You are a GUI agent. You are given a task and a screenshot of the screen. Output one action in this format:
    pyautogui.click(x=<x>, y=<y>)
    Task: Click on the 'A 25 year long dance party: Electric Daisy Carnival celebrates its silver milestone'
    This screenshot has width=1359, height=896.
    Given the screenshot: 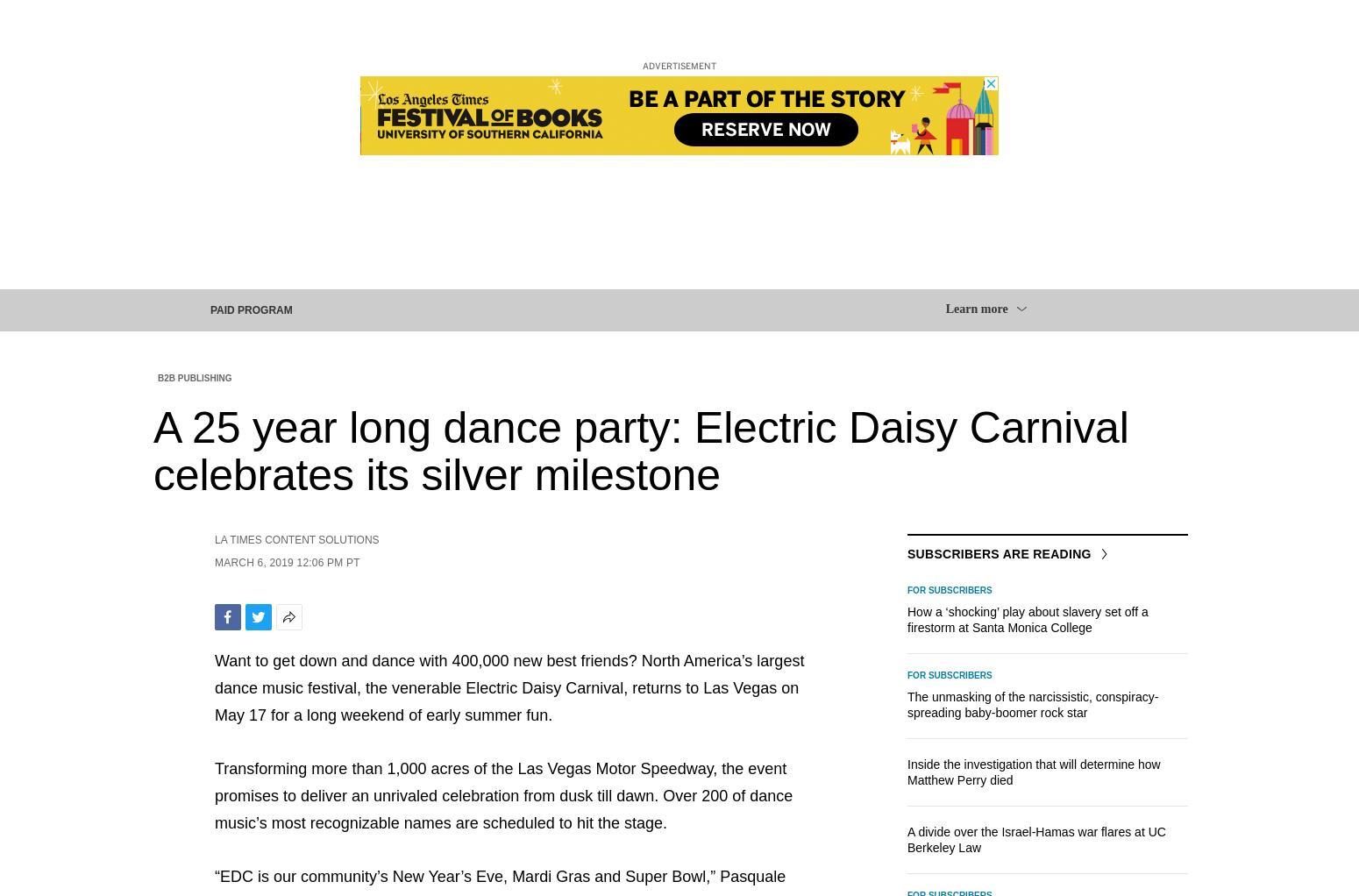 What is the action you would take?
    pyautogui.click(x=152, y=450)
    